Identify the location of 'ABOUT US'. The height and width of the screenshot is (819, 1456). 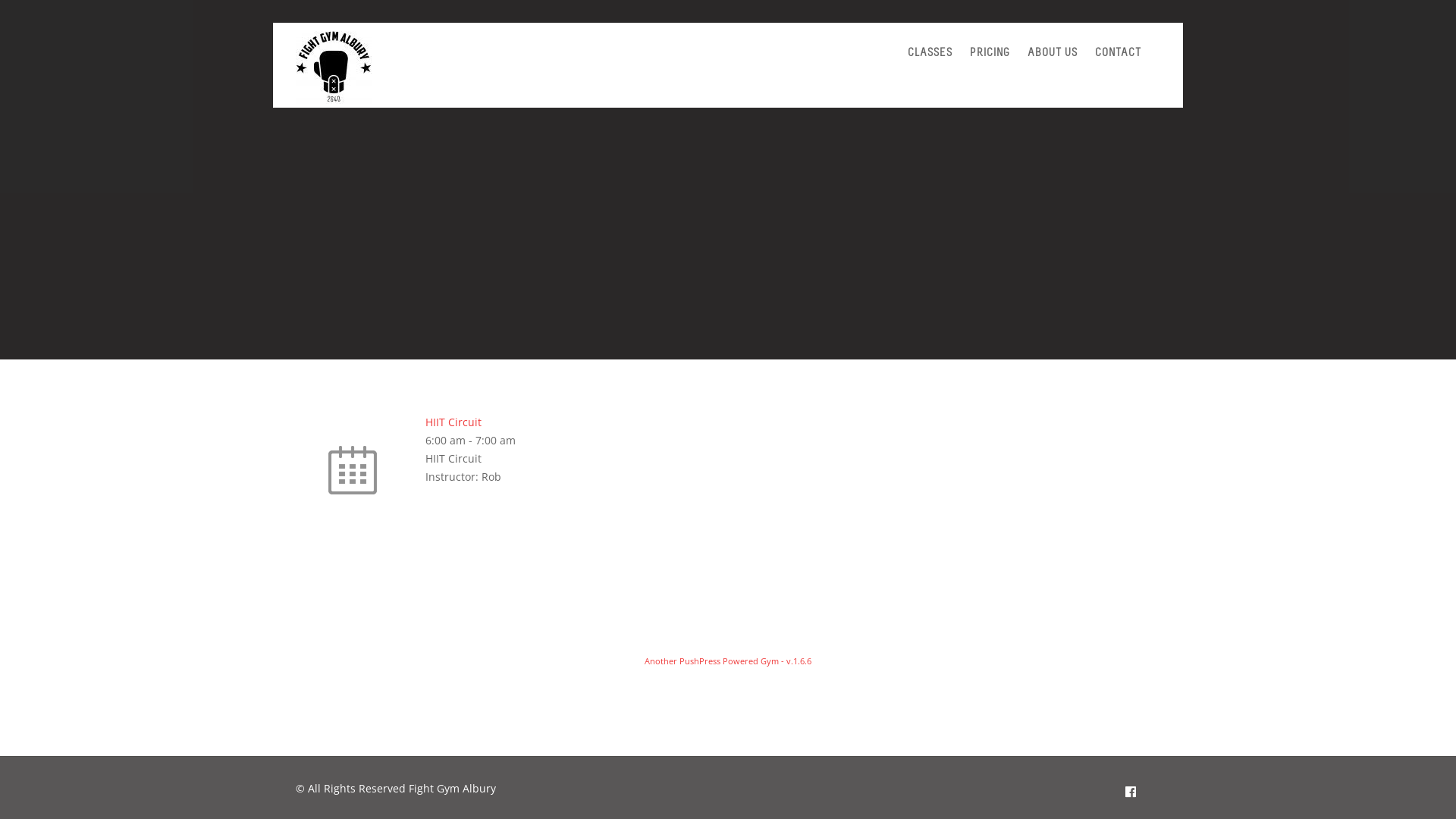
(1051, 52).